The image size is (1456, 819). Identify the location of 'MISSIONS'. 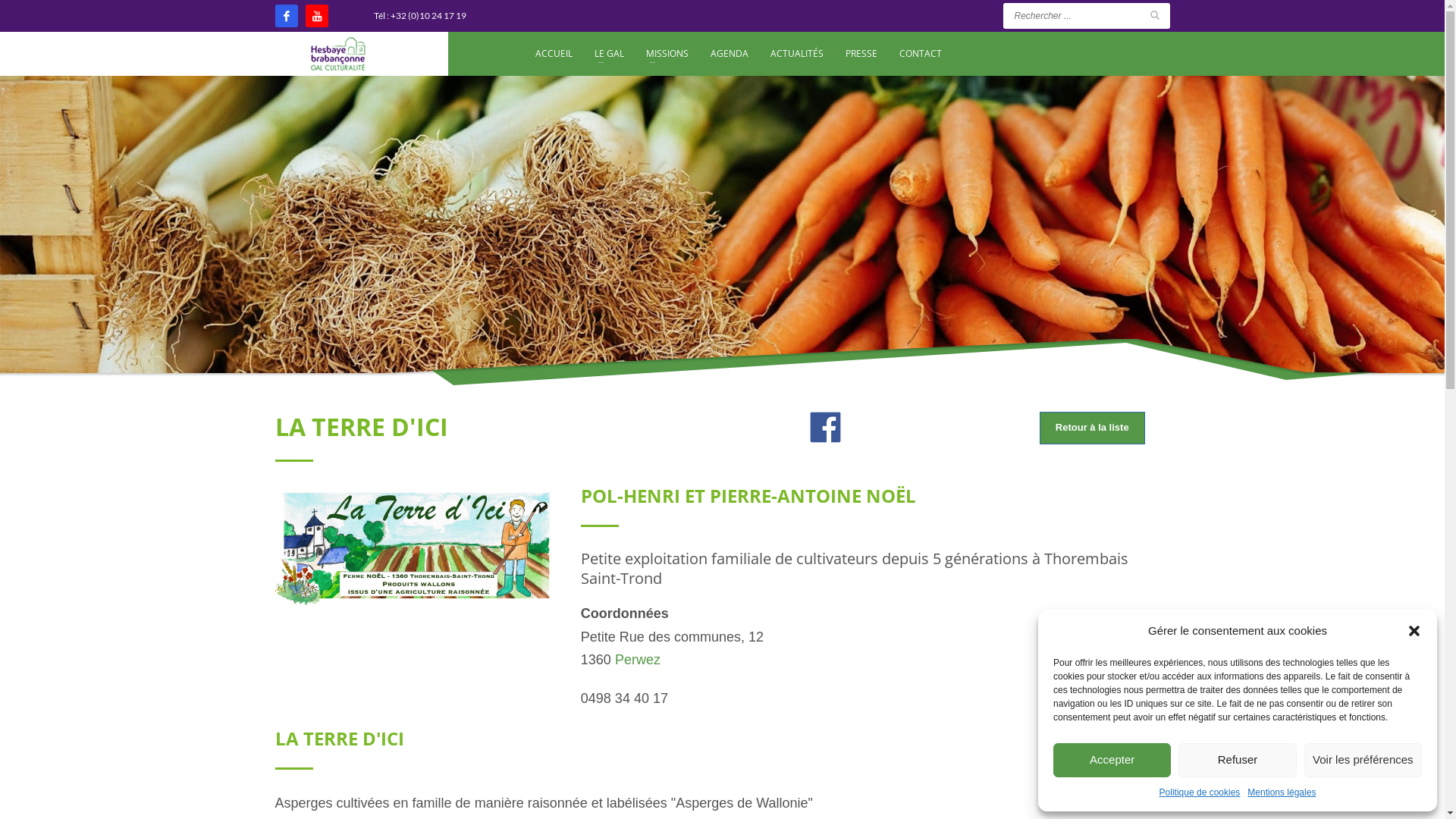
(667, 52).